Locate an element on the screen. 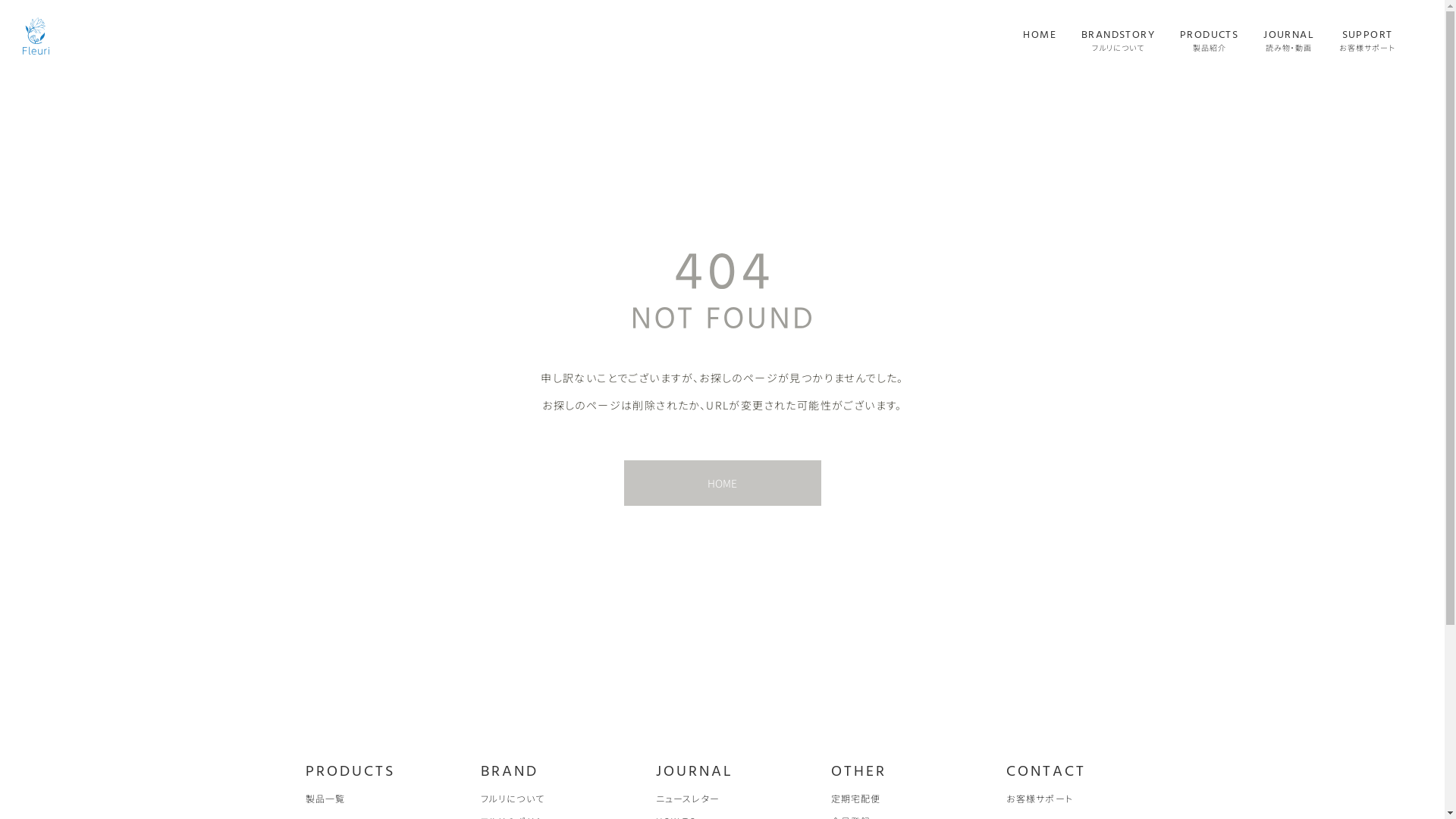 This screenshot has height=819, width=1456. 'HOME' is located at coordinates (623, 482).